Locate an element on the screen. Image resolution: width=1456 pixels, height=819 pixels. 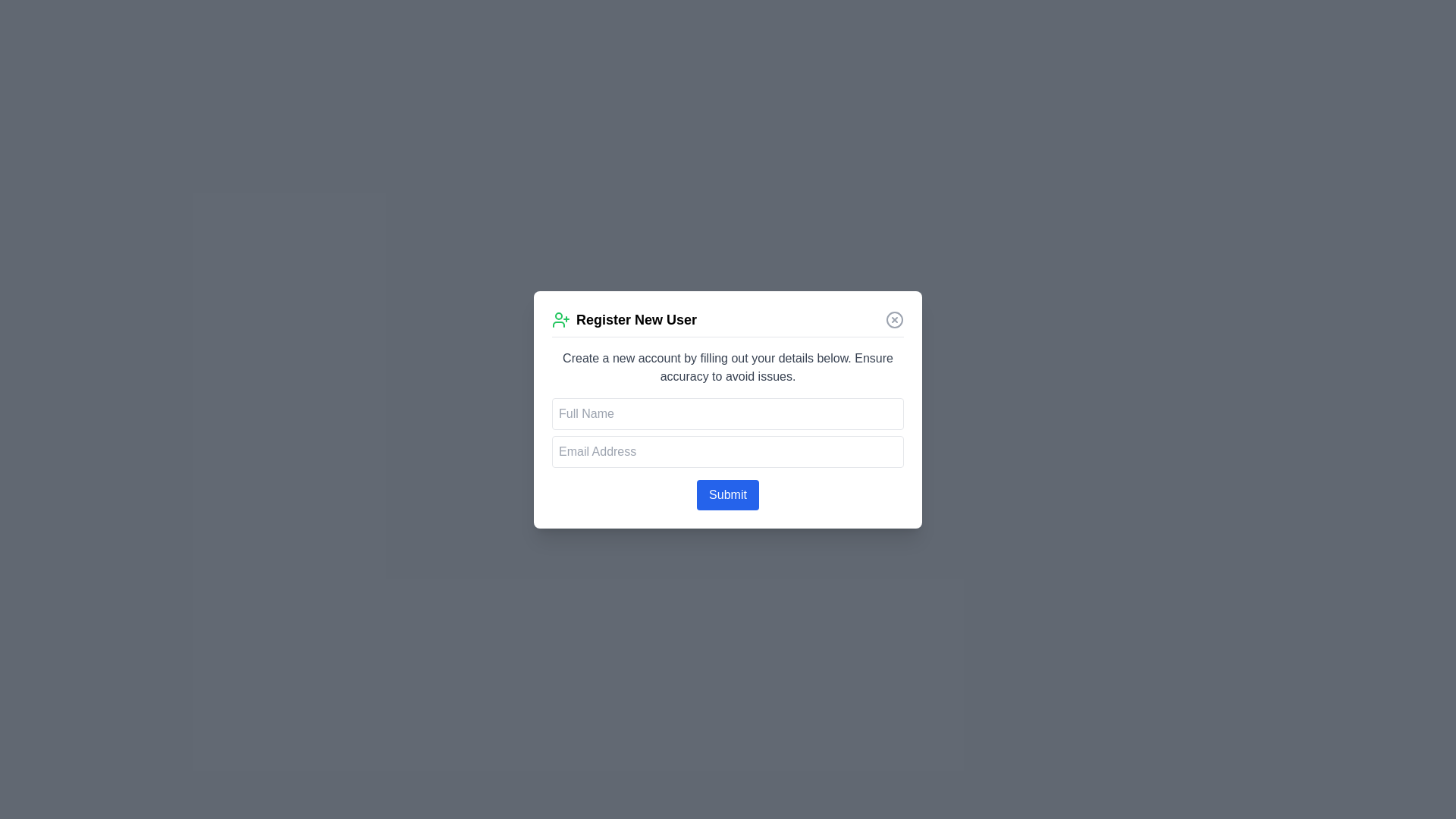
the submit button to trigger form submission is located at coordinates (728, 494).